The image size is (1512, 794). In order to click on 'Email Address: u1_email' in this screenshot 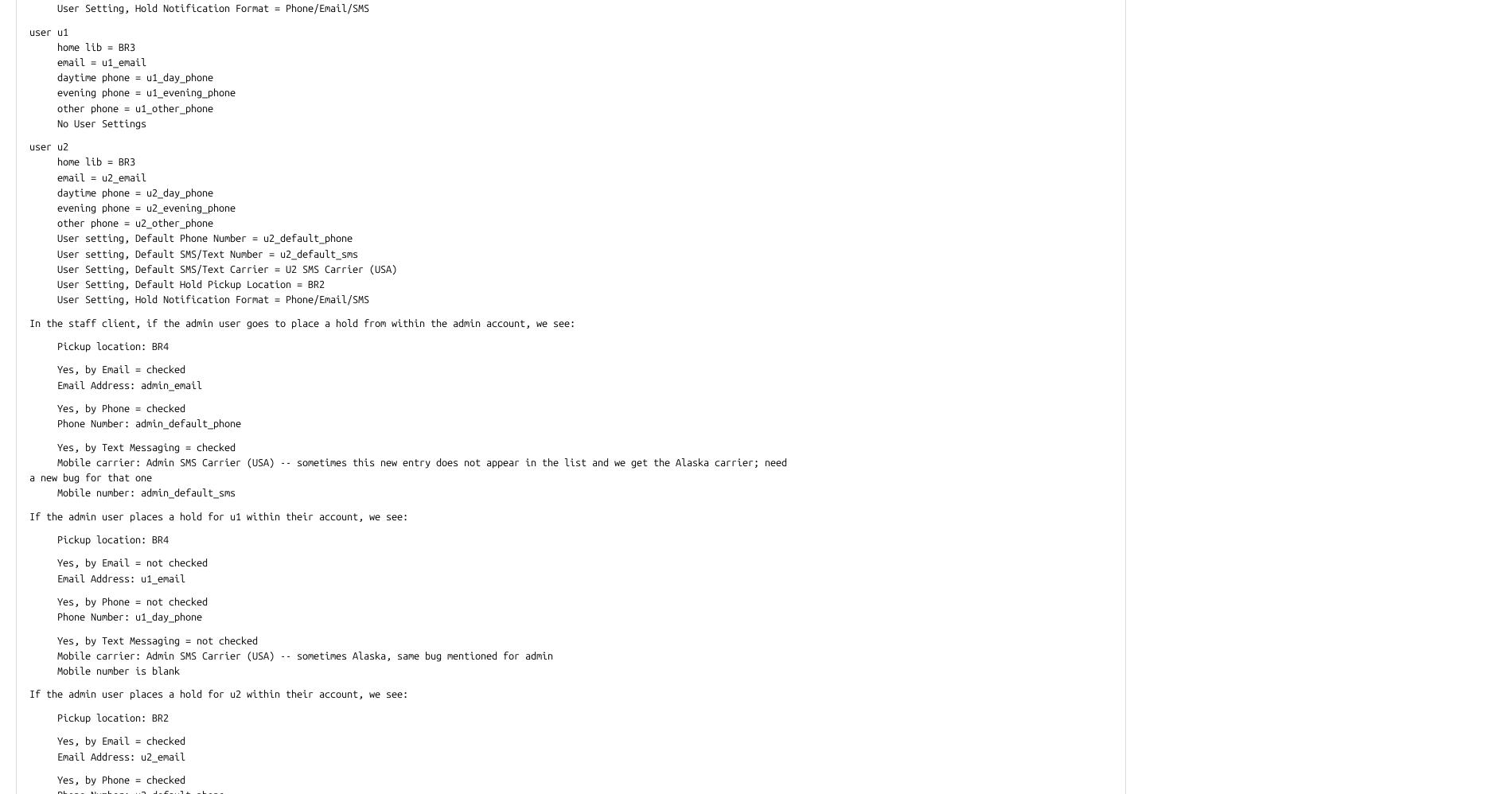, I will do `click(29, 578)`.